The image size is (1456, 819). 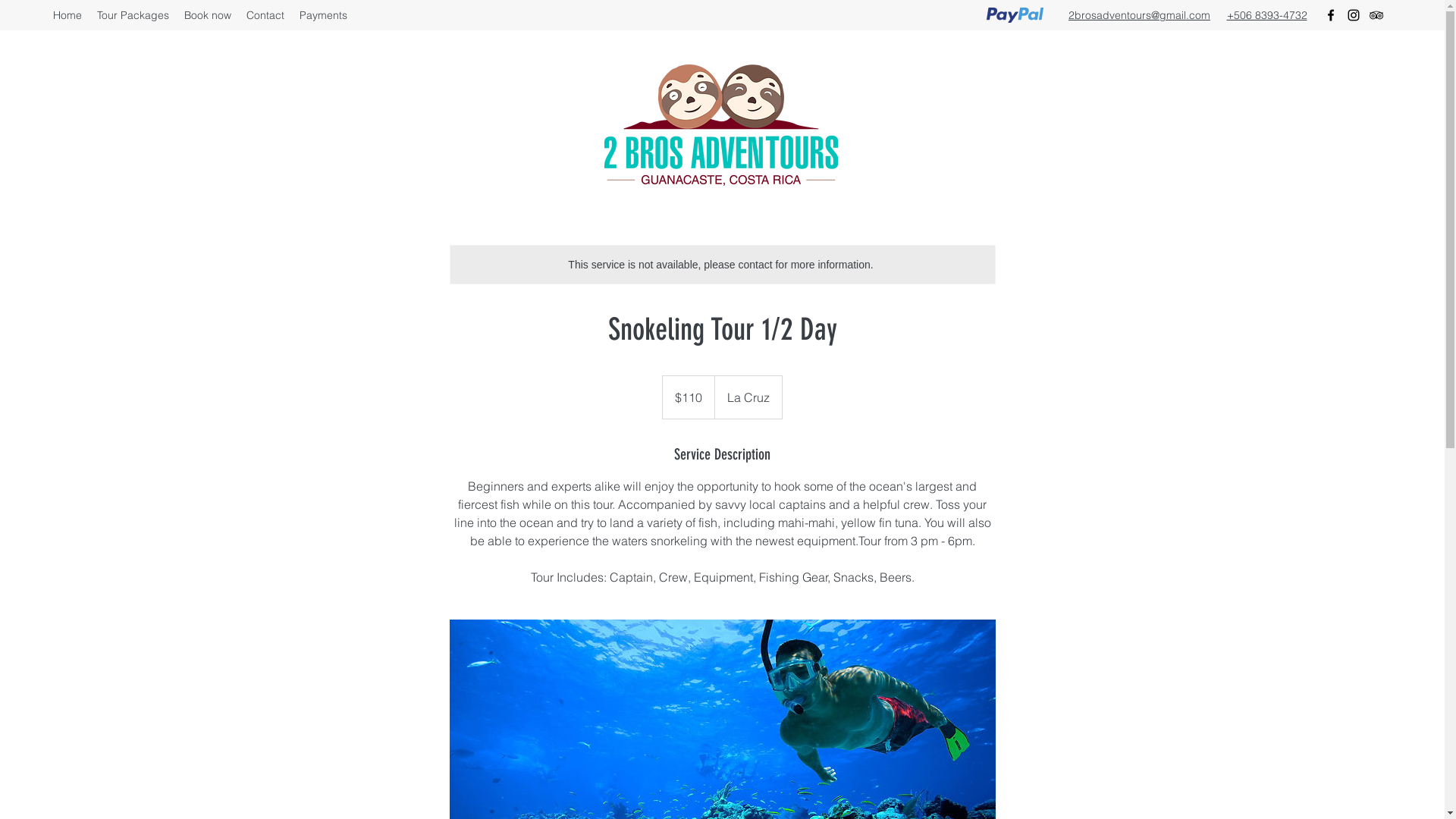 I want to click on 'Contact', so click(x=238, y=14).